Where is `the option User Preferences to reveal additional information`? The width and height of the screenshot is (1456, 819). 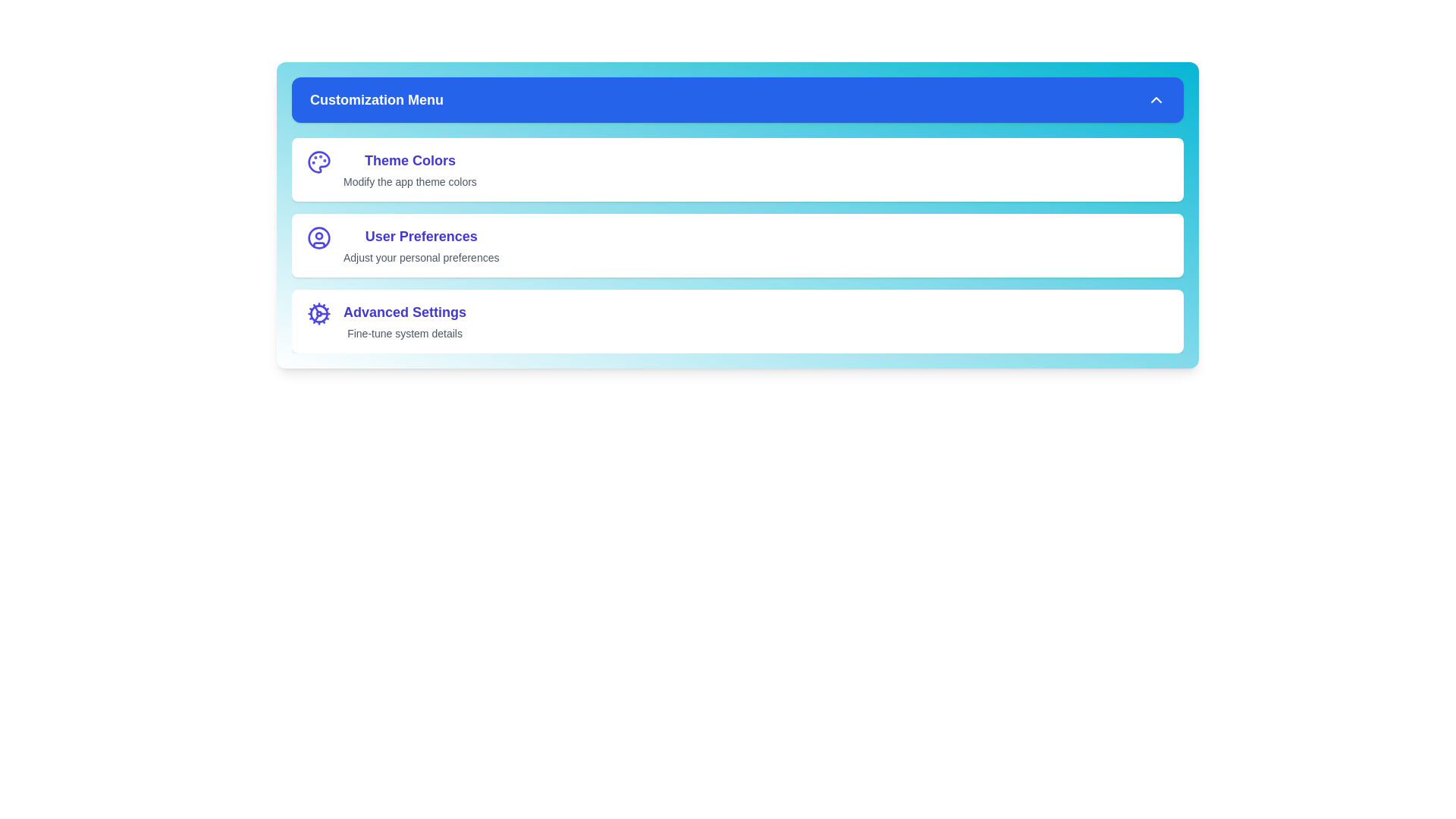
the option User Preferences to reveal additional information is located at coordinates (318, 245).